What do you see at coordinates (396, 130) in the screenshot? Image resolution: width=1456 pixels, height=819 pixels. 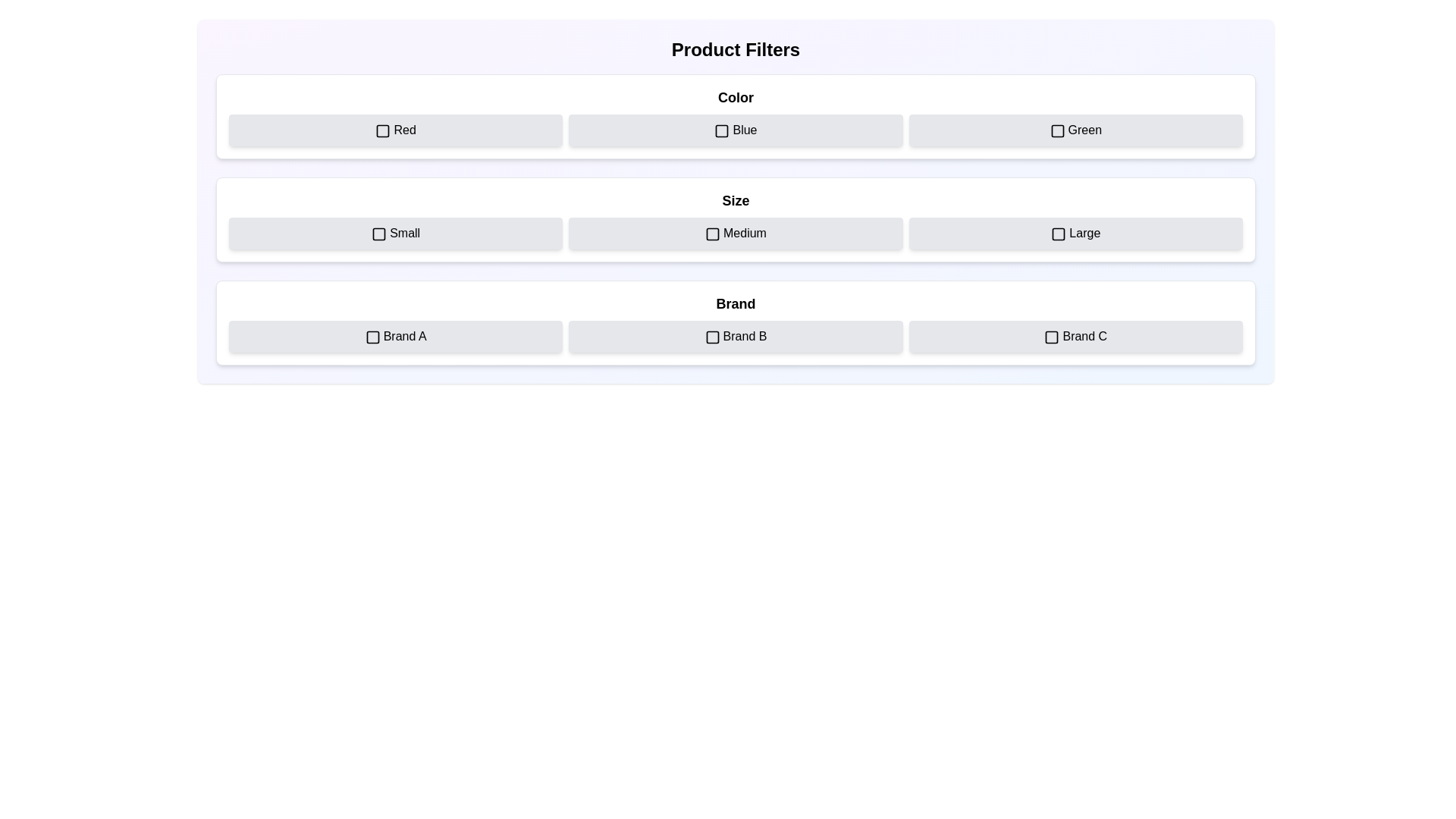 I see `the 'Red' checkbox button located in the first column of the top row in the 'Color' filter group` at bounding box center [396, 130].